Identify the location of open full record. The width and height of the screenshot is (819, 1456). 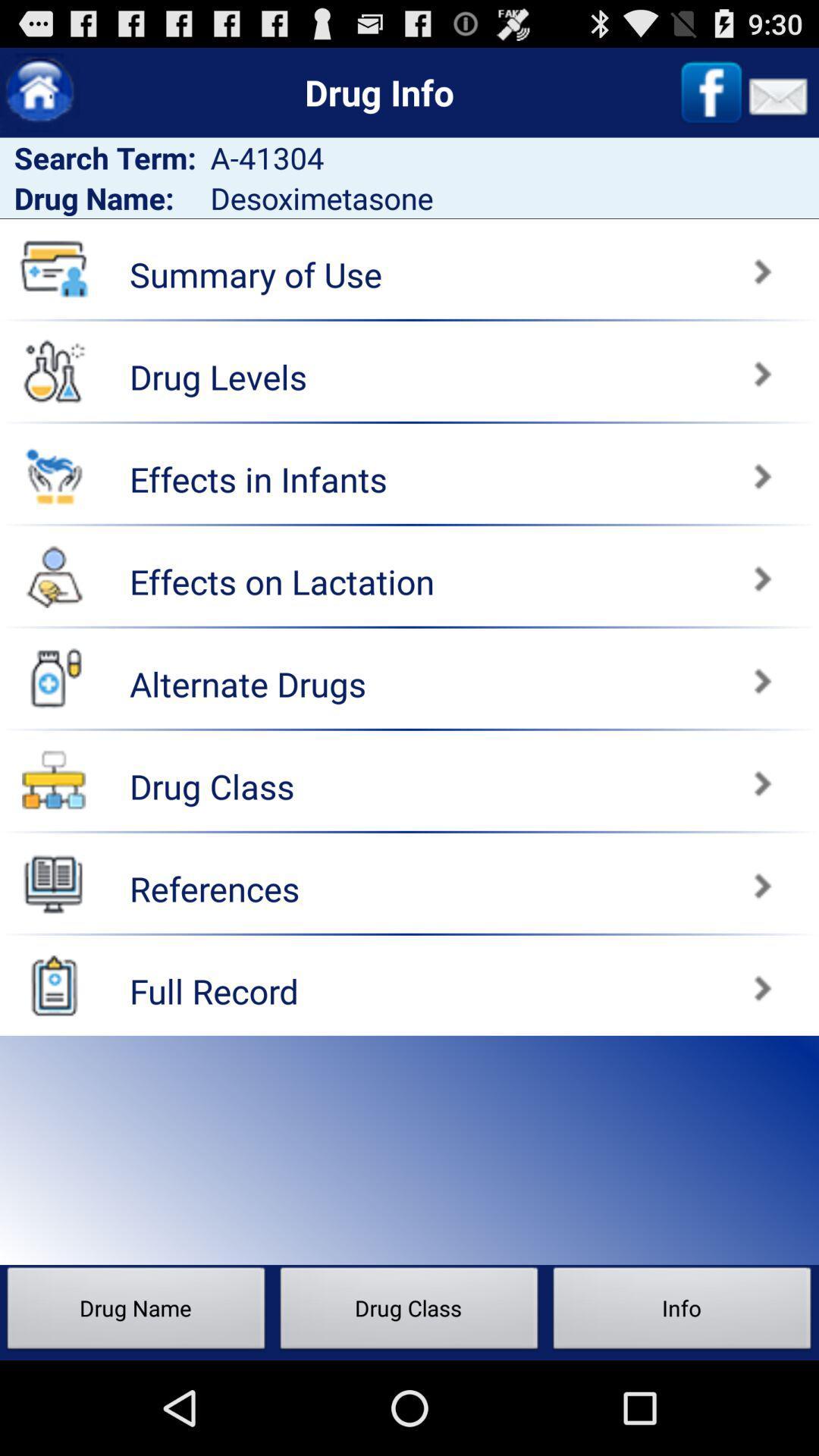
(53, 985).